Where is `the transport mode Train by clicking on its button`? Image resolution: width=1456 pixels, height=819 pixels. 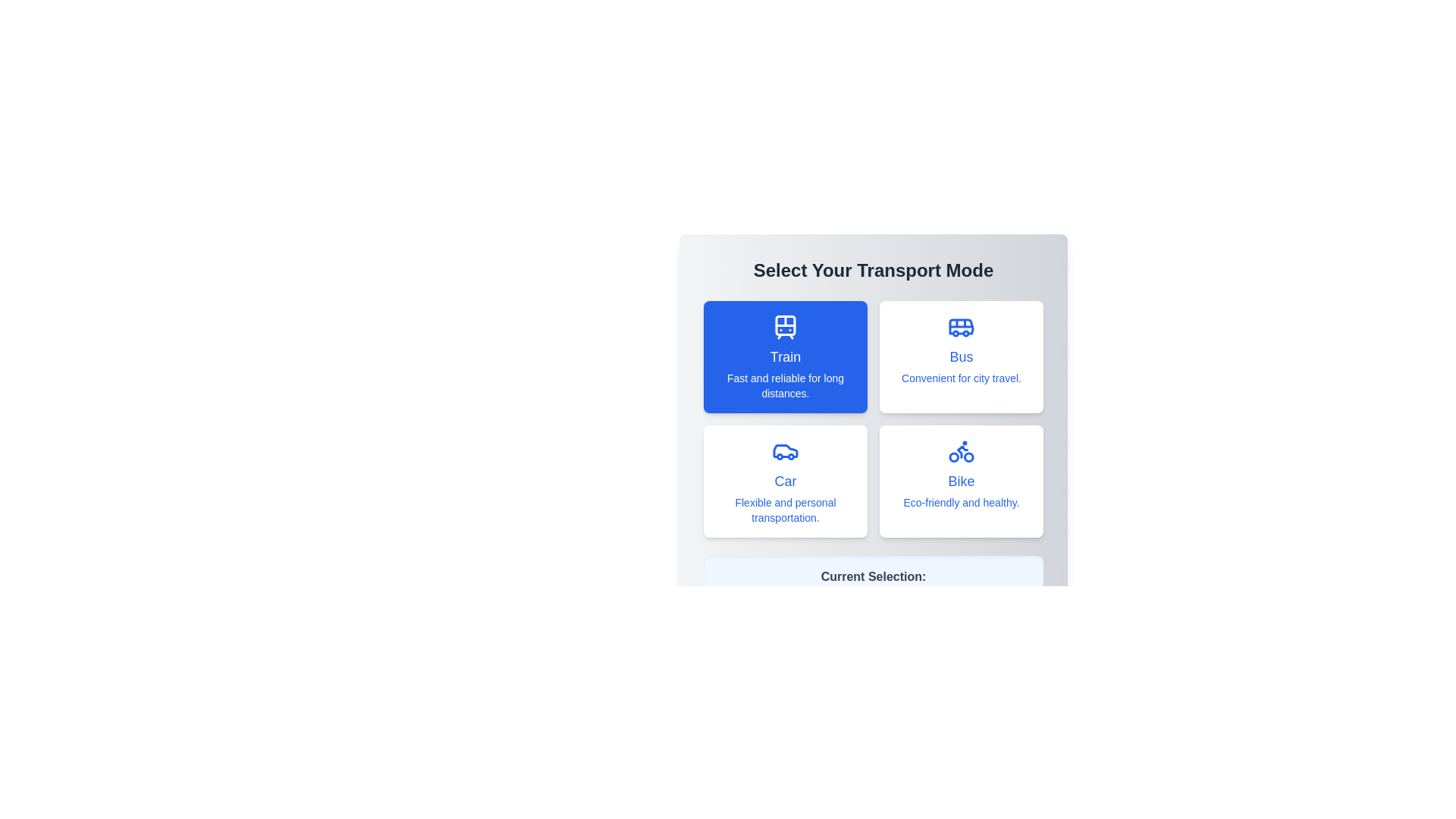 the transport mode Train by clicking on its button is located at coordinates (786, 356).